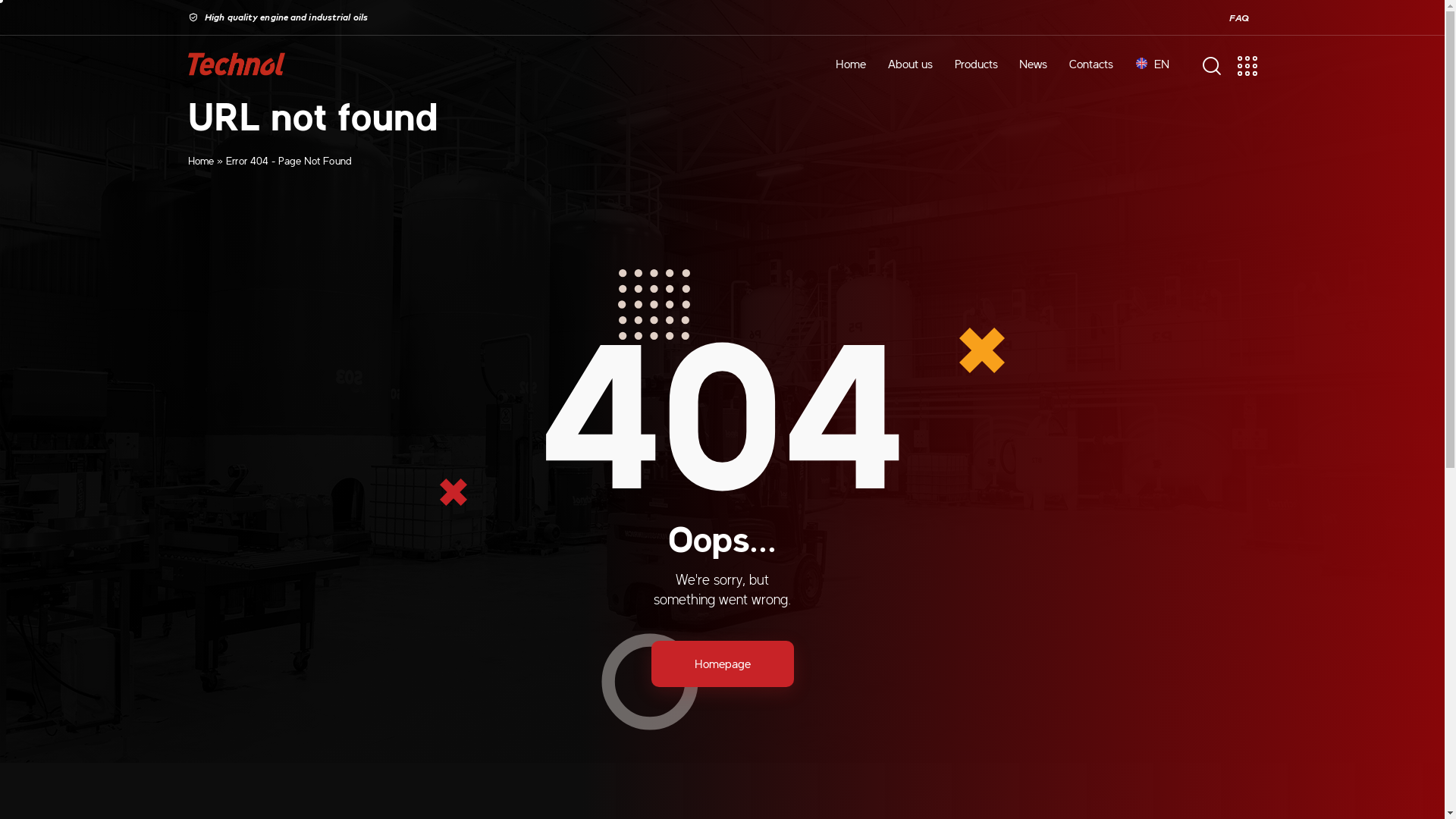 The height and width of the screenshot is (819, 1456). Describe the element at coordinates (910, 63) in the screenshot. I see `'About us'` at that location.